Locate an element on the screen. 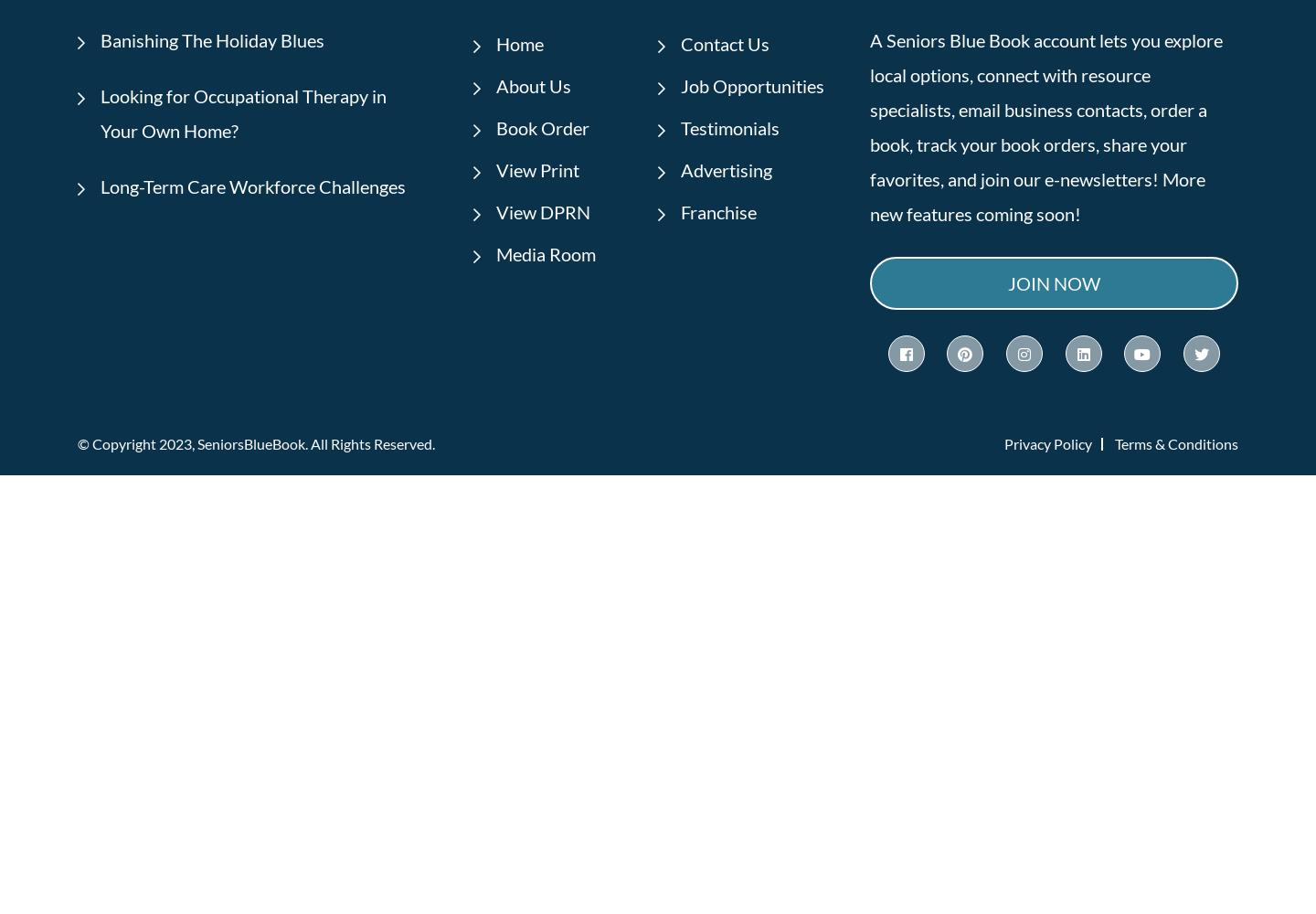 Image resolution: width=1316 pixels, height=914 pixels. 'Advertising' is located at coordinates (726, 169).